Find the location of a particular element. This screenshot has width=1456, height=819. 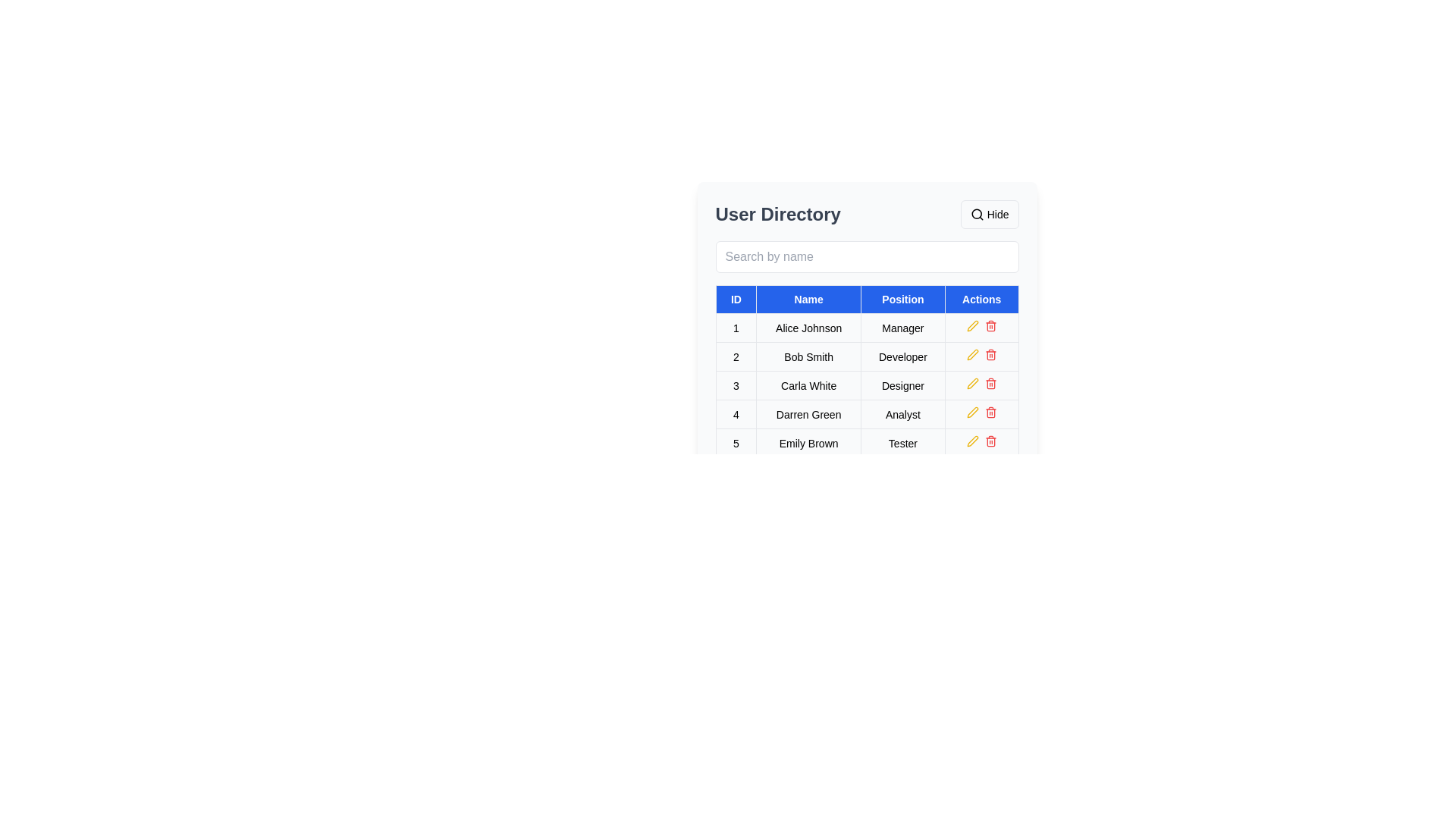

the table cell containing the number '3' in the first column of the table, aligned with 'Carla White' and 'Designer' in the third row is located at coordinates (736, 384).